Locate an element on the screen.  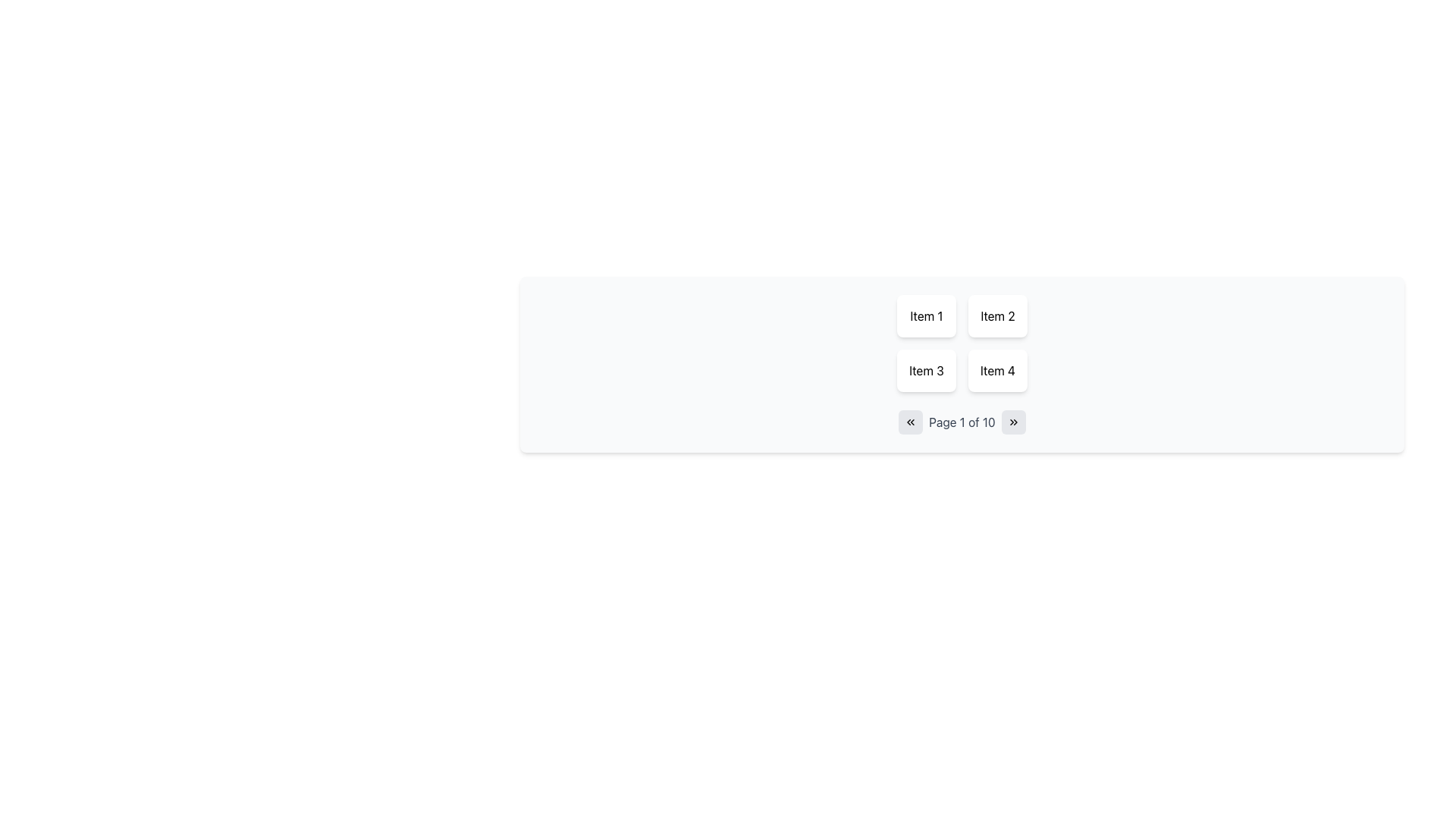
the leftmost button in the pagination control bar is located at coordinates (910, 422).